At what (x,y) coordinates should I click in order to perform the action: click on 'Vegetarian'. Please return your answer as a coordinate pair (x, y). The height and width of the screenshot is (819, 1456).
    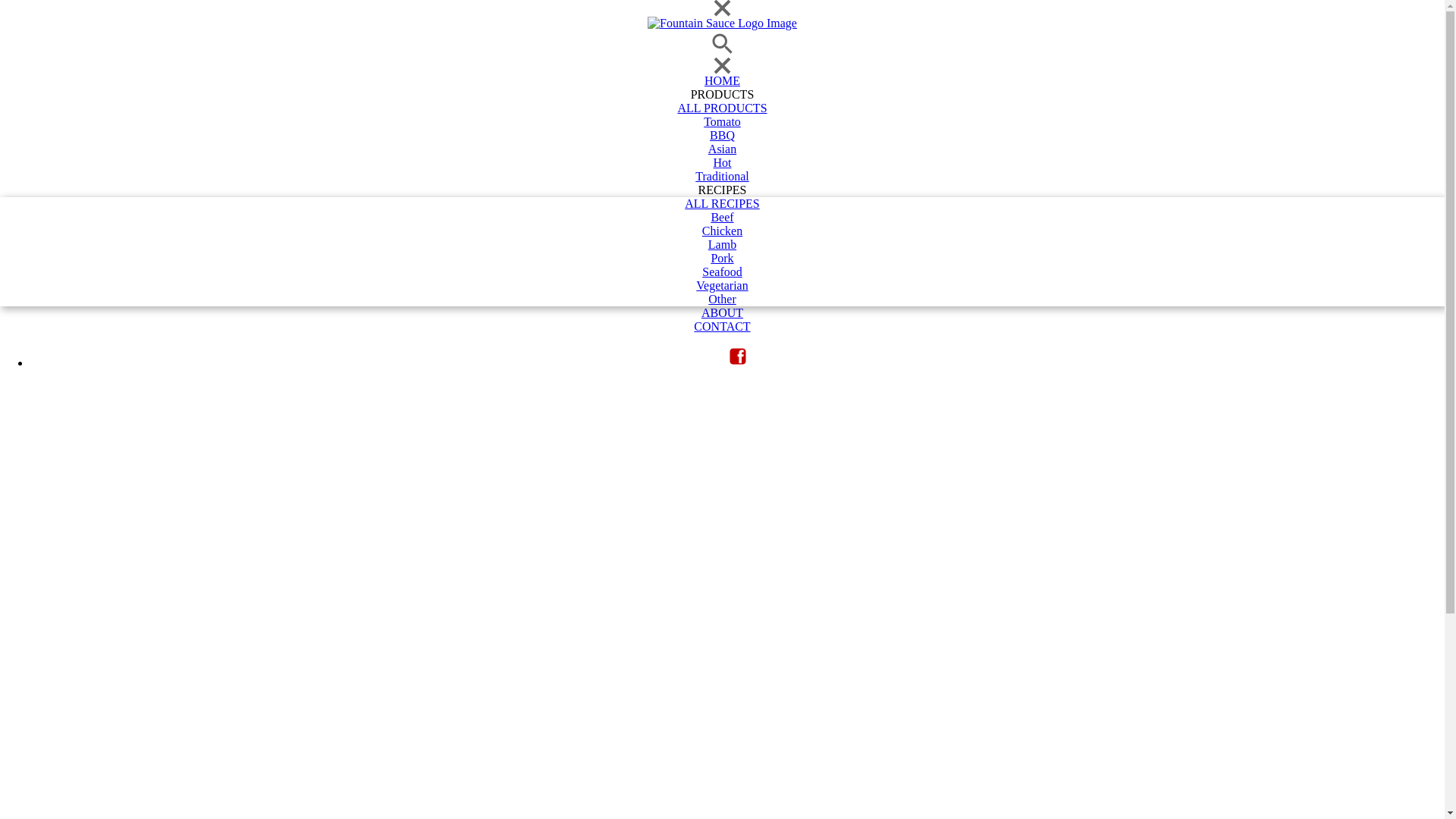
    Looking at the image, I should click on (0, 286).